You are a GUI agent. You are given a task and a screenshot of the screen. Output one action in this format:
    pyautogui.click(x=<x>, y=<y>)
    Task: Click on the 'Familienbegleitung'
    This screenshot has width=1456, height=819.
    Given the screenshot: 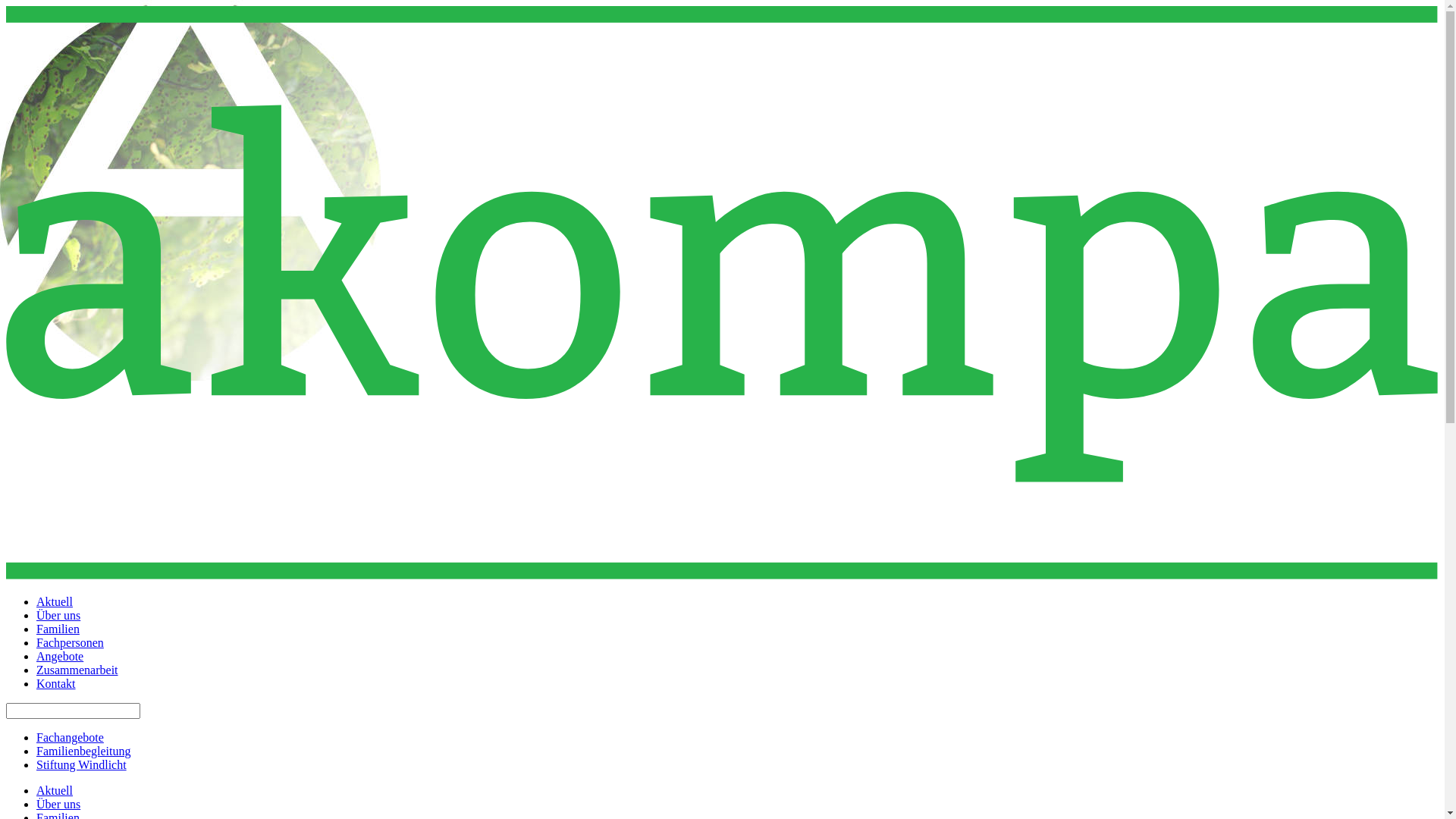 What is the action you would take?
    pyautogui.click(x=83, y=751)
    